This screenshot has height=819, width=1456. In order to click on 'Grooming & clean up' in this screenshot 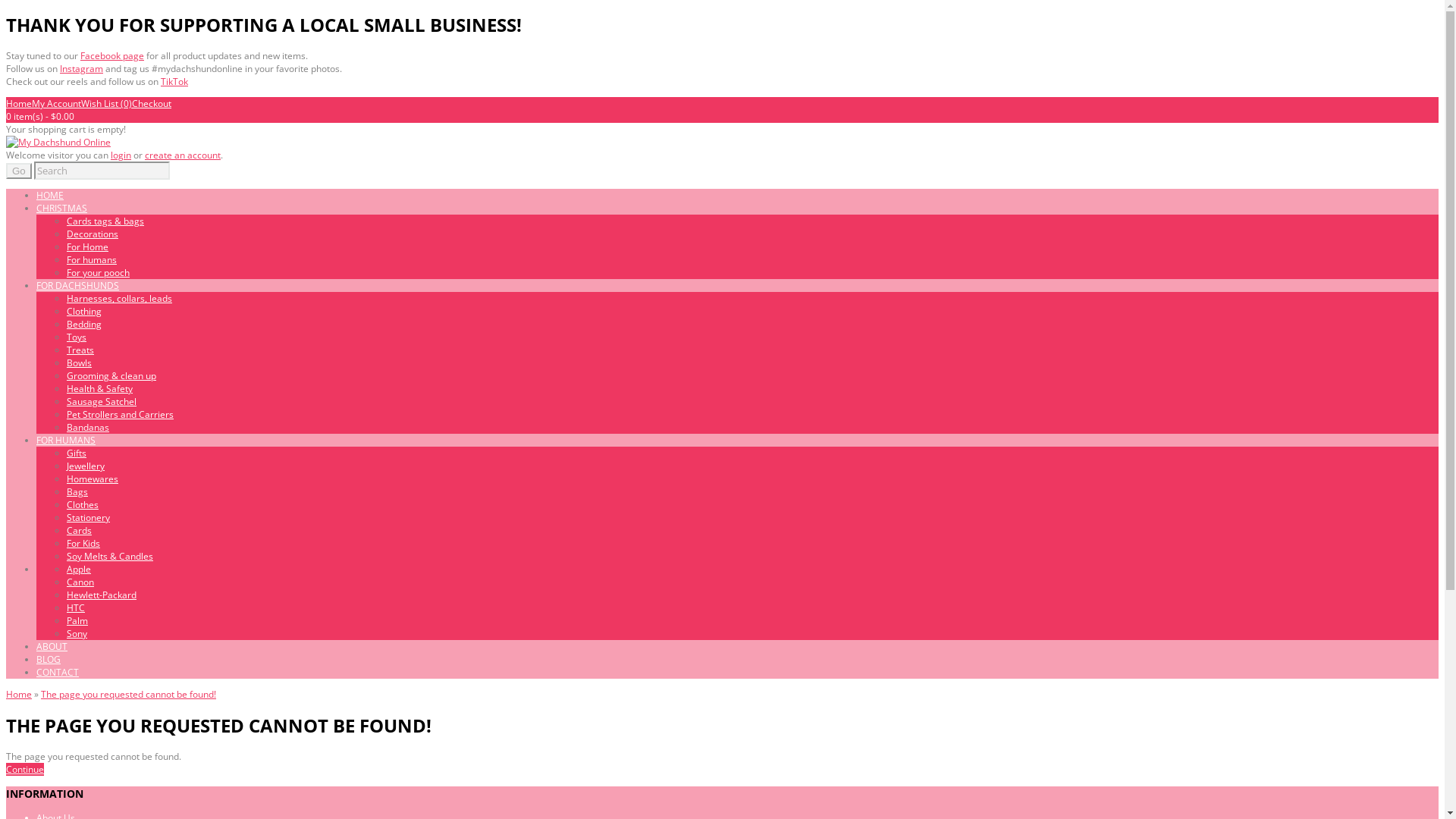, I will do `click(65, 375)`.